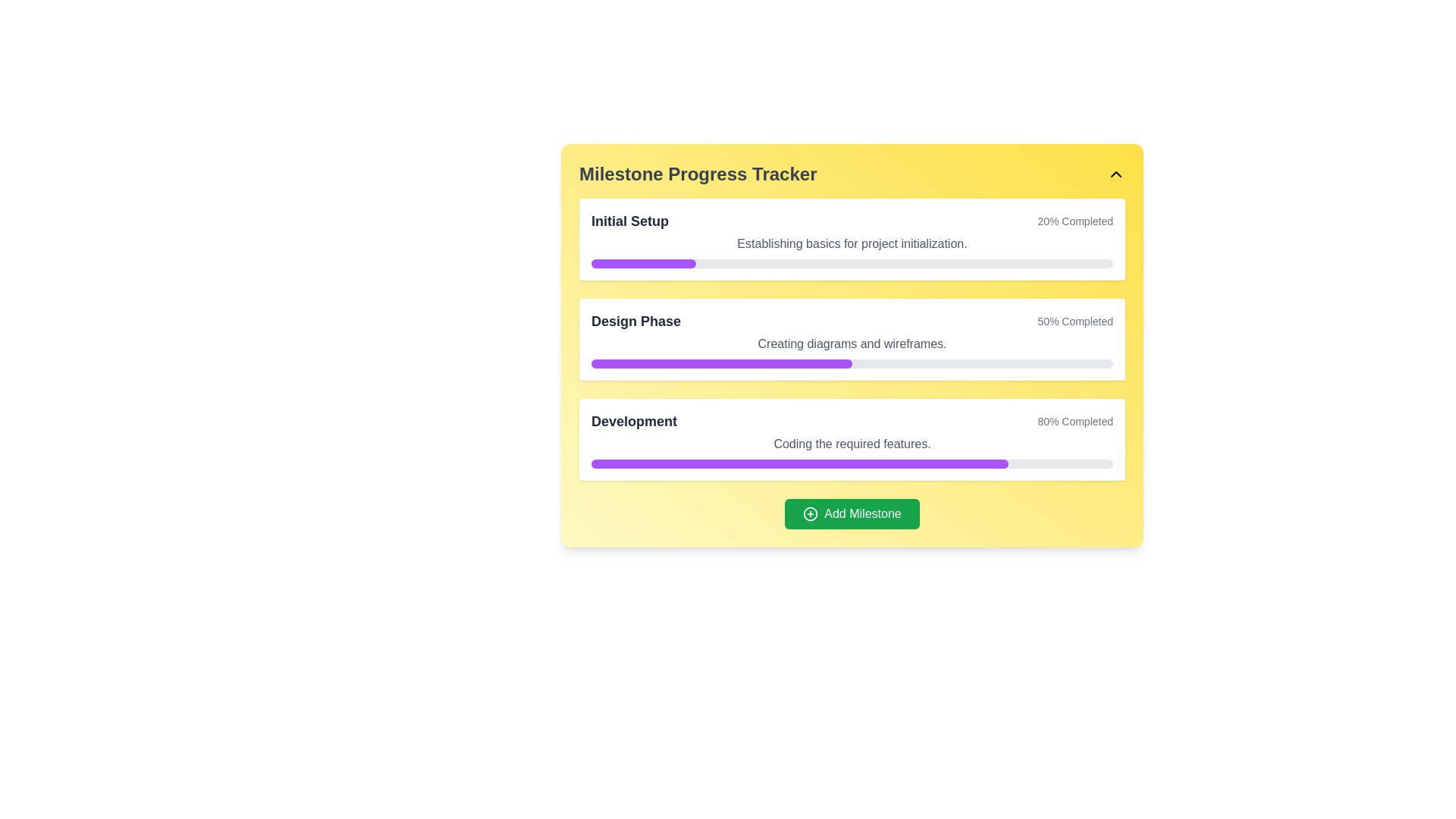  What do you see at coordinates (852, 338) in the screenshot?
I see `texts from the Progress card, which is the middle card in a vertical list of three, positioned between 'Initial Setup' and 'Development'` at bounding box center [852, 338].